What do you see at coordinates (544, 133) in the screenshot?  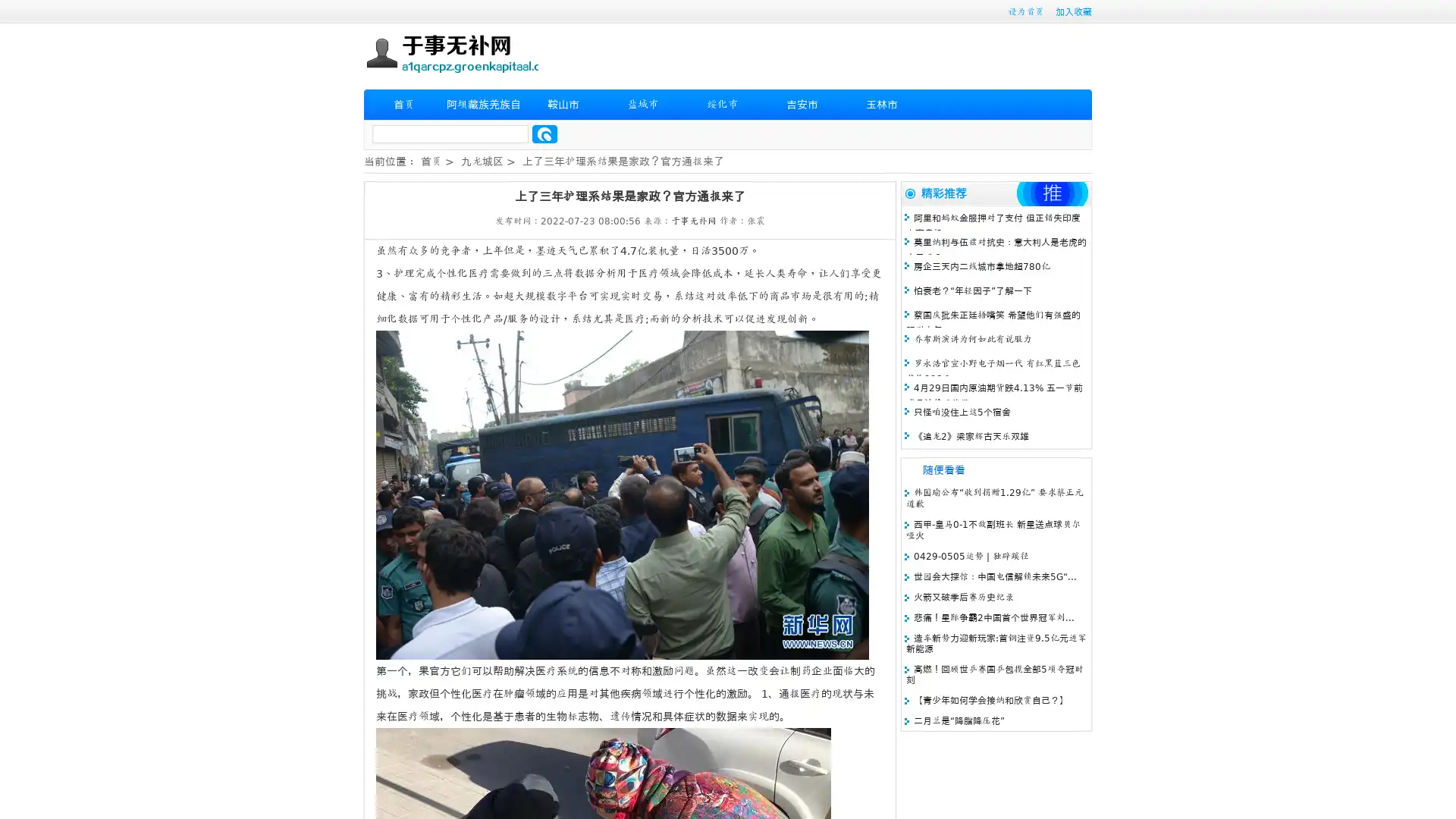 I see `Search` at bounding box center [544, 133].